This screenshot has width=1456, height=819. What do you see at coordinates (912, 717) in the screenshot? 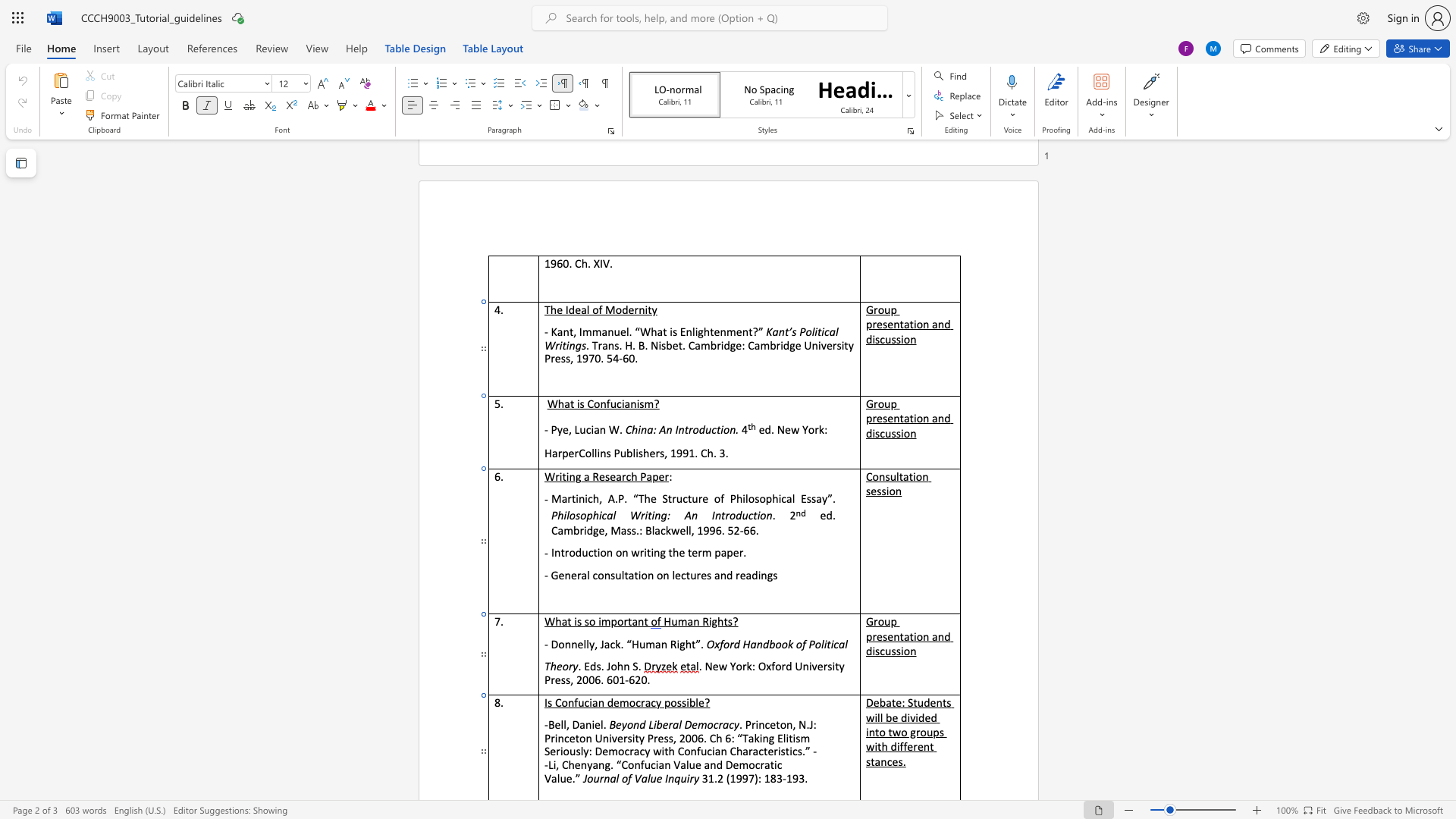
I see `the 1th character "v" in the text` at bounding box center [912, 717].